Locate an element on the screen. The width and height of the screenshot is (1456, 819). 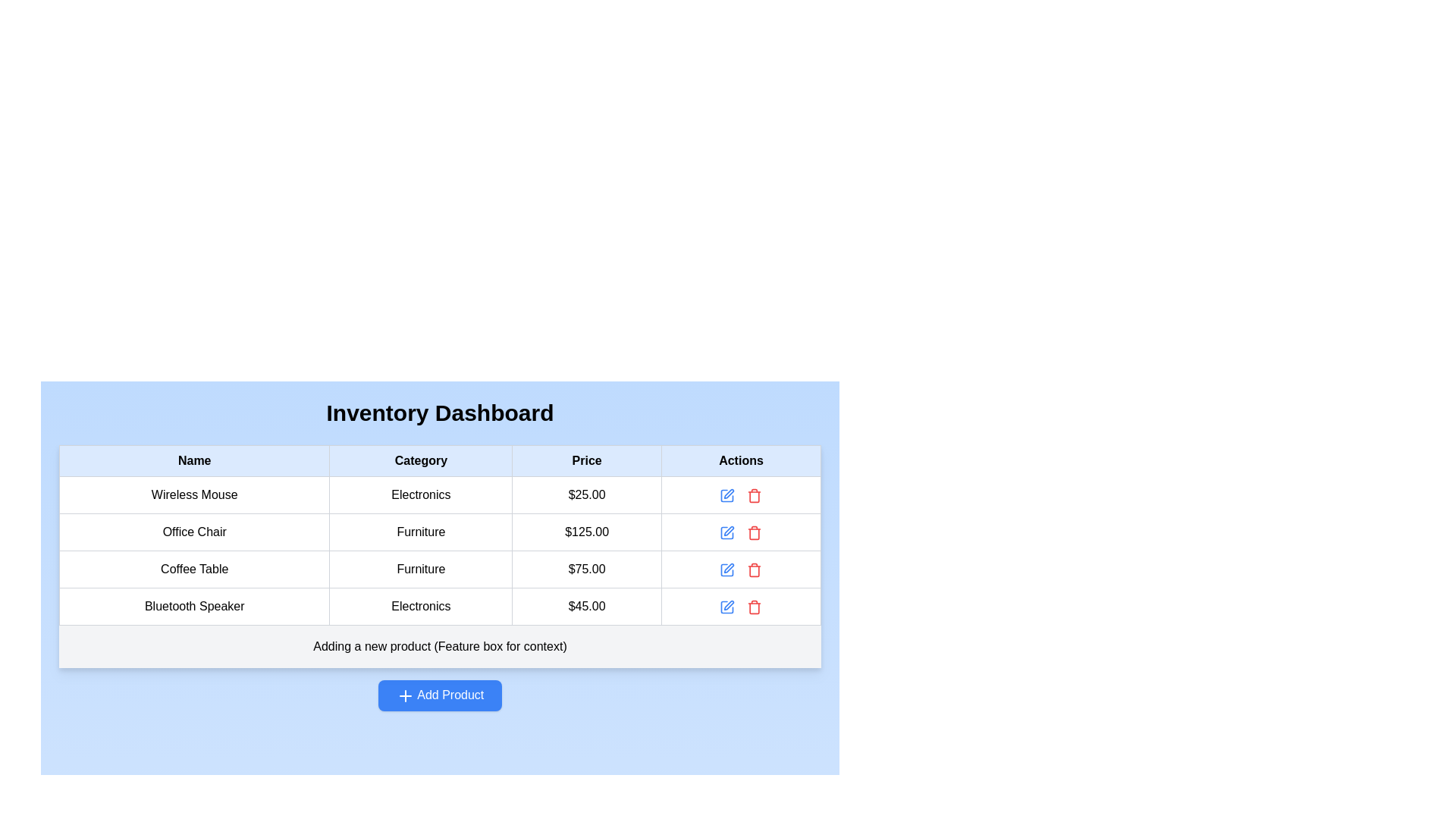
the trash icon button in the 'Actions' column of the last row in the inventory table is located at coordinates (755, 606).